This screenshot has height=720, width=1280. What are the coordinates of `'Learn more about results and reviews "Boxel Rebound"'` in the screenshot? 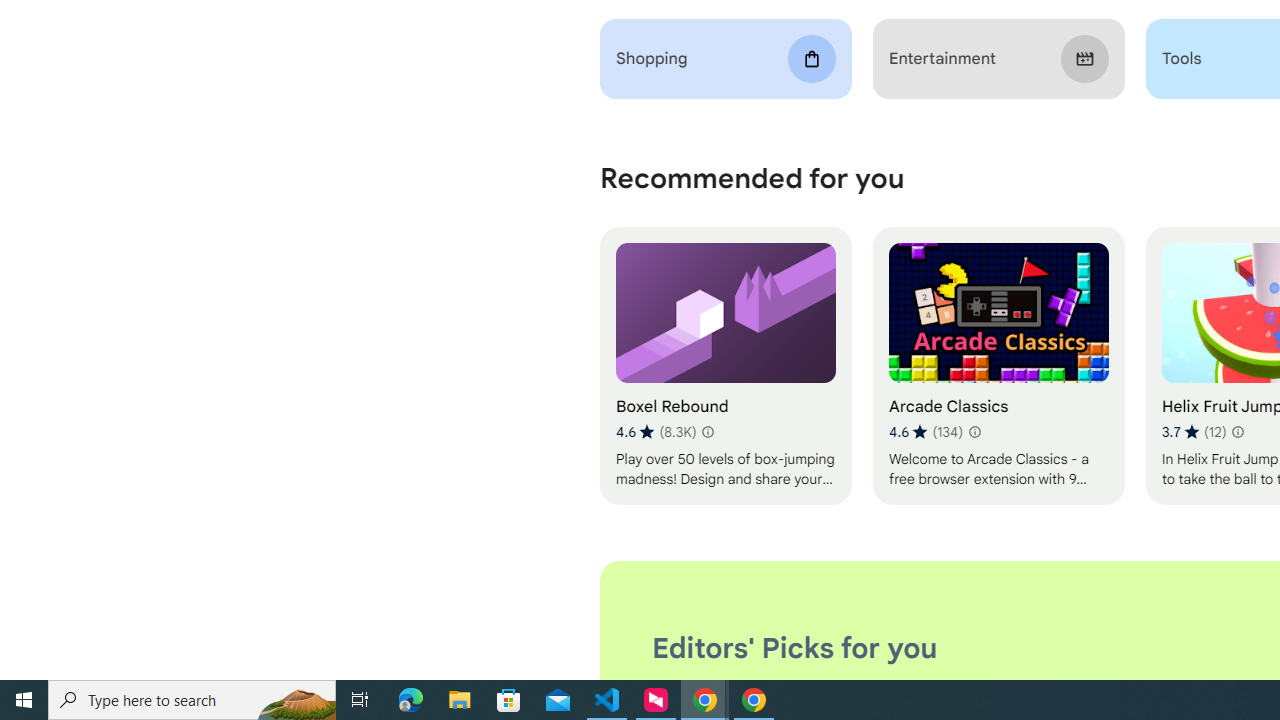 It's located at (707, 431).